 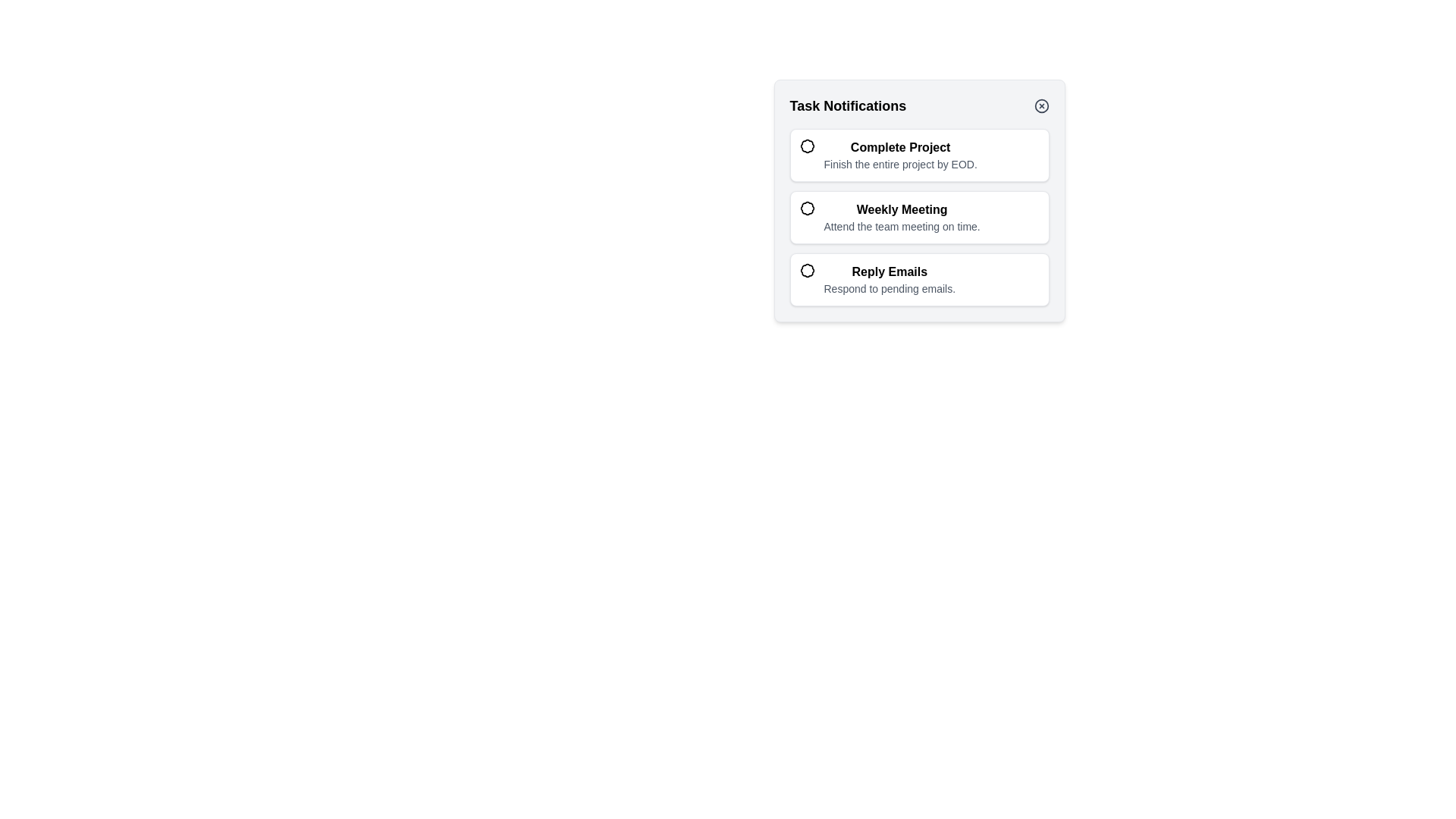 What do you see at coordinates (900, 164) in the screenshot?
I see `the informational text that provides additional details or instructions related to the 'Complete Project' task, located beneath the bold text 'Complete Project'` at bounding box center [900, 164].